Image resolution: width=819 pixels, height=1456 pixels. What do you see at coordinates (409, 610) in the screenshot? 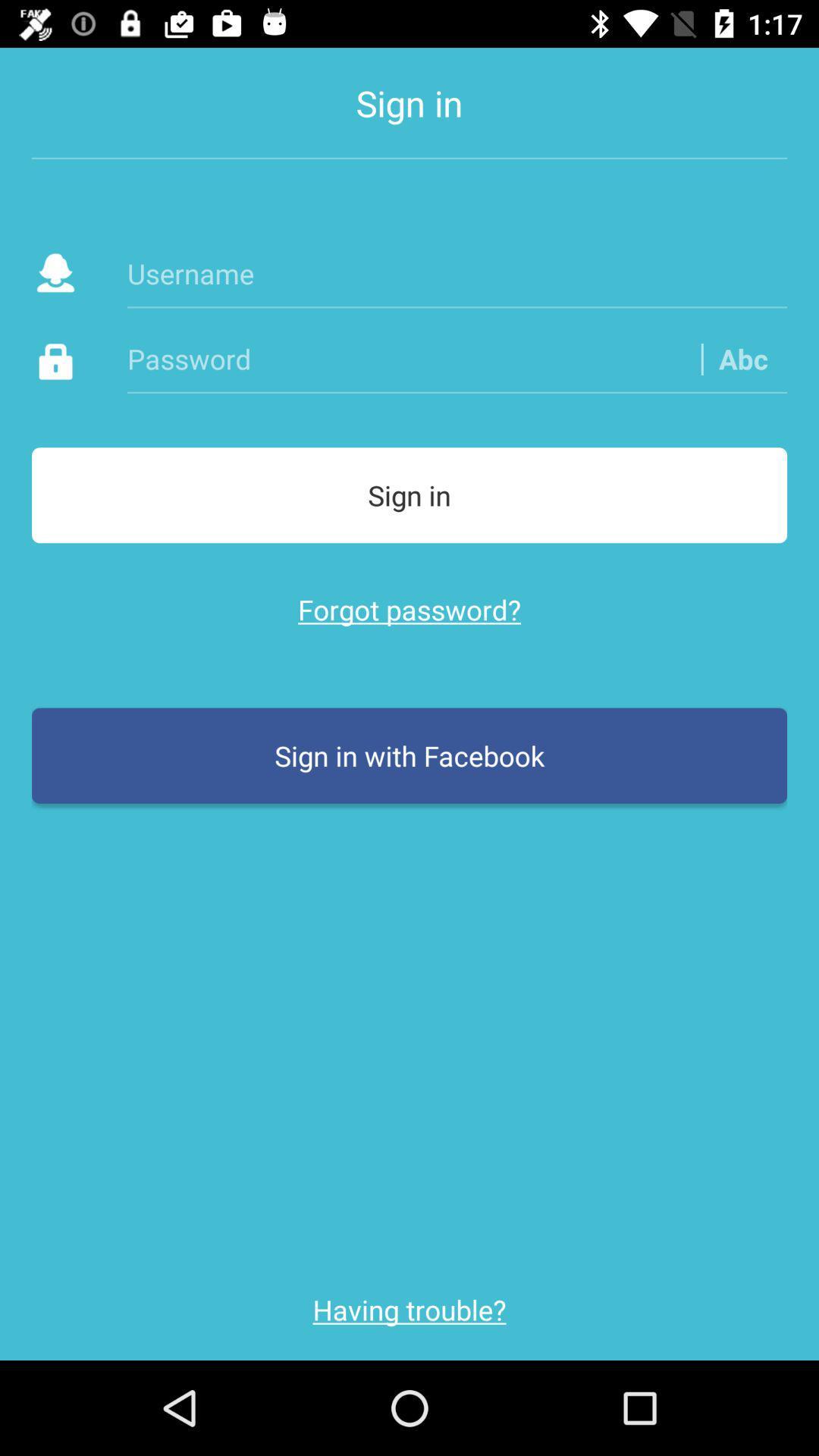
I see `forgot password? icon` at bounding box center [409, 610].